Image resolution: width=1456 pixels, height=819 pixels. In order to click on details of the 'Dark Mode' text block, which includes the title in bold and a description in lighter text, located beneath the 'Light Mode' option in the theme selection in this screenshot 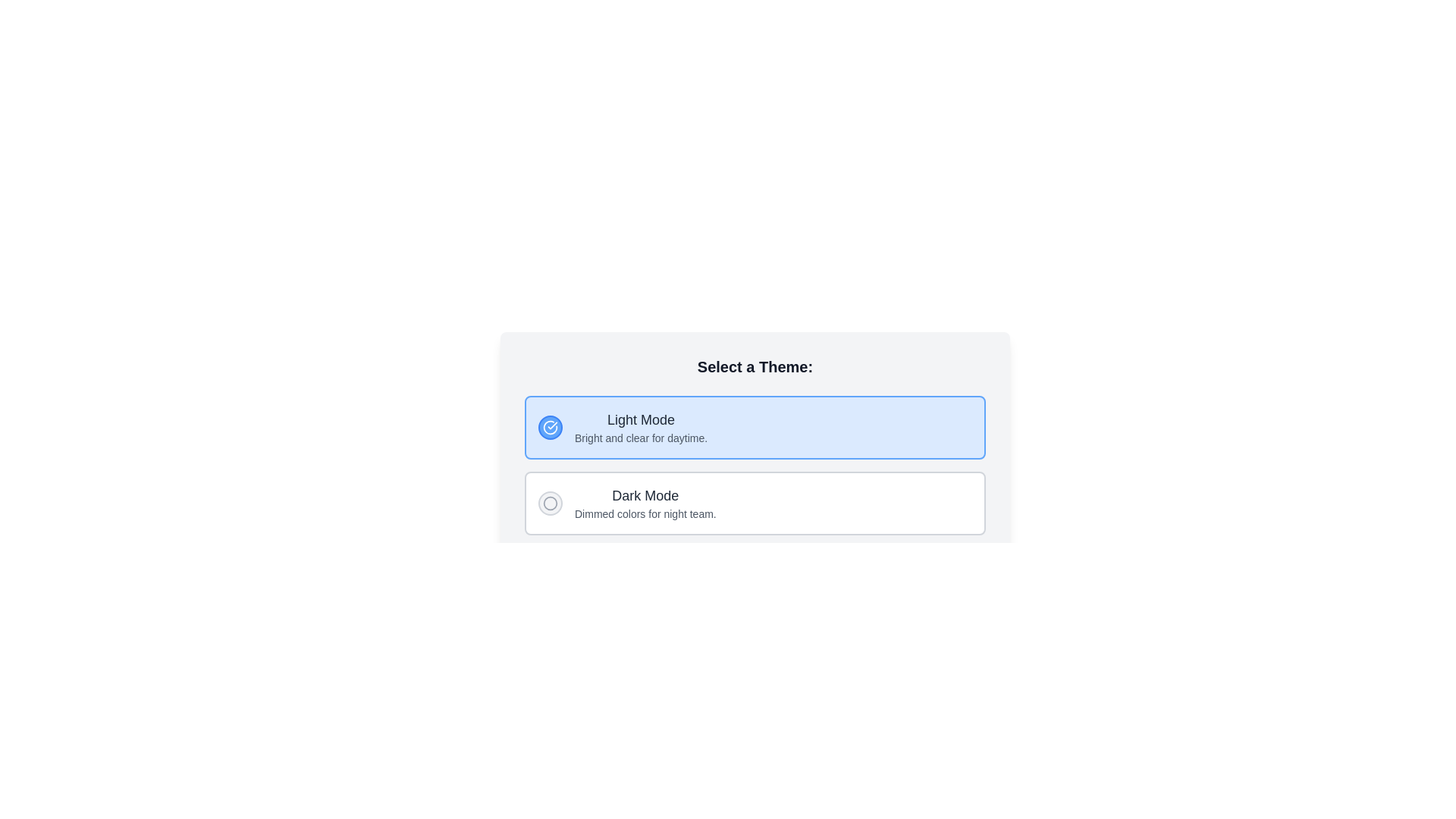, I will do `click(645, 503)`.